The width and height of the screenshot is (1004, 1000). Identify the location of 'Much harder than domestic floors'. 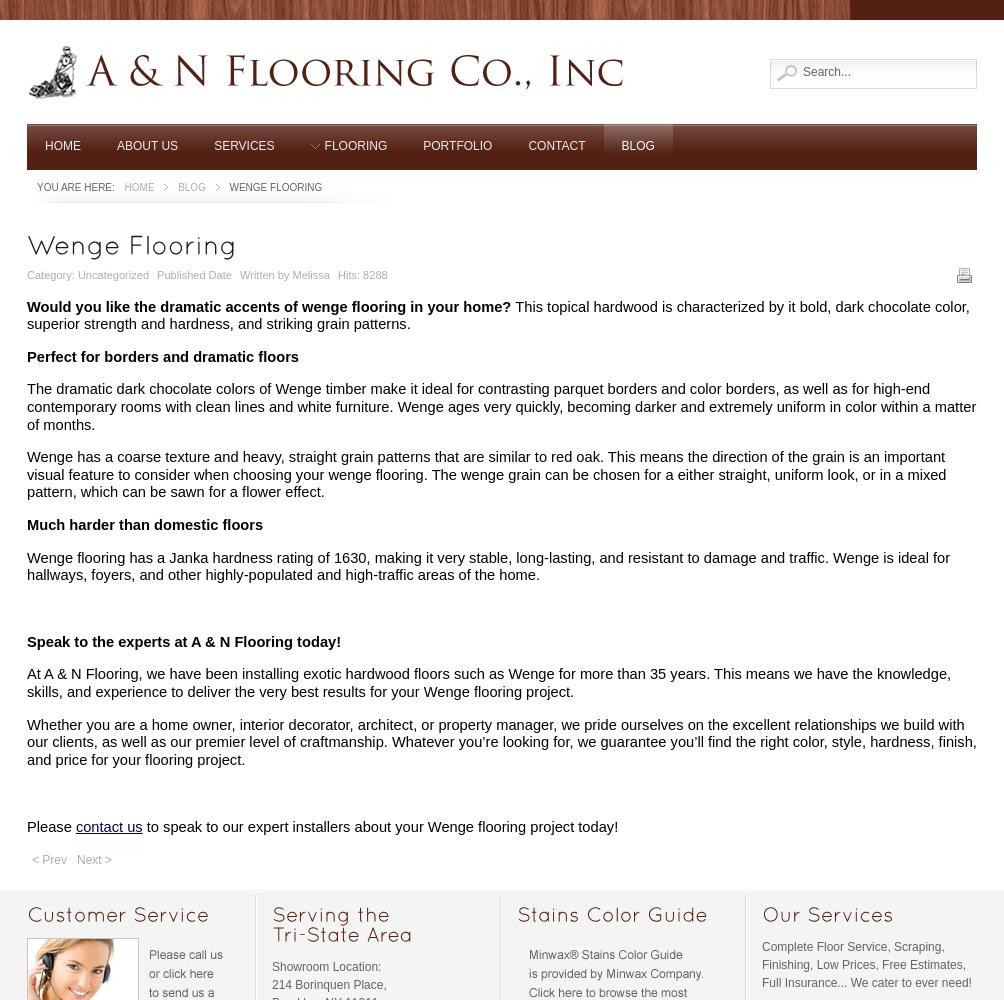
(145, 524).